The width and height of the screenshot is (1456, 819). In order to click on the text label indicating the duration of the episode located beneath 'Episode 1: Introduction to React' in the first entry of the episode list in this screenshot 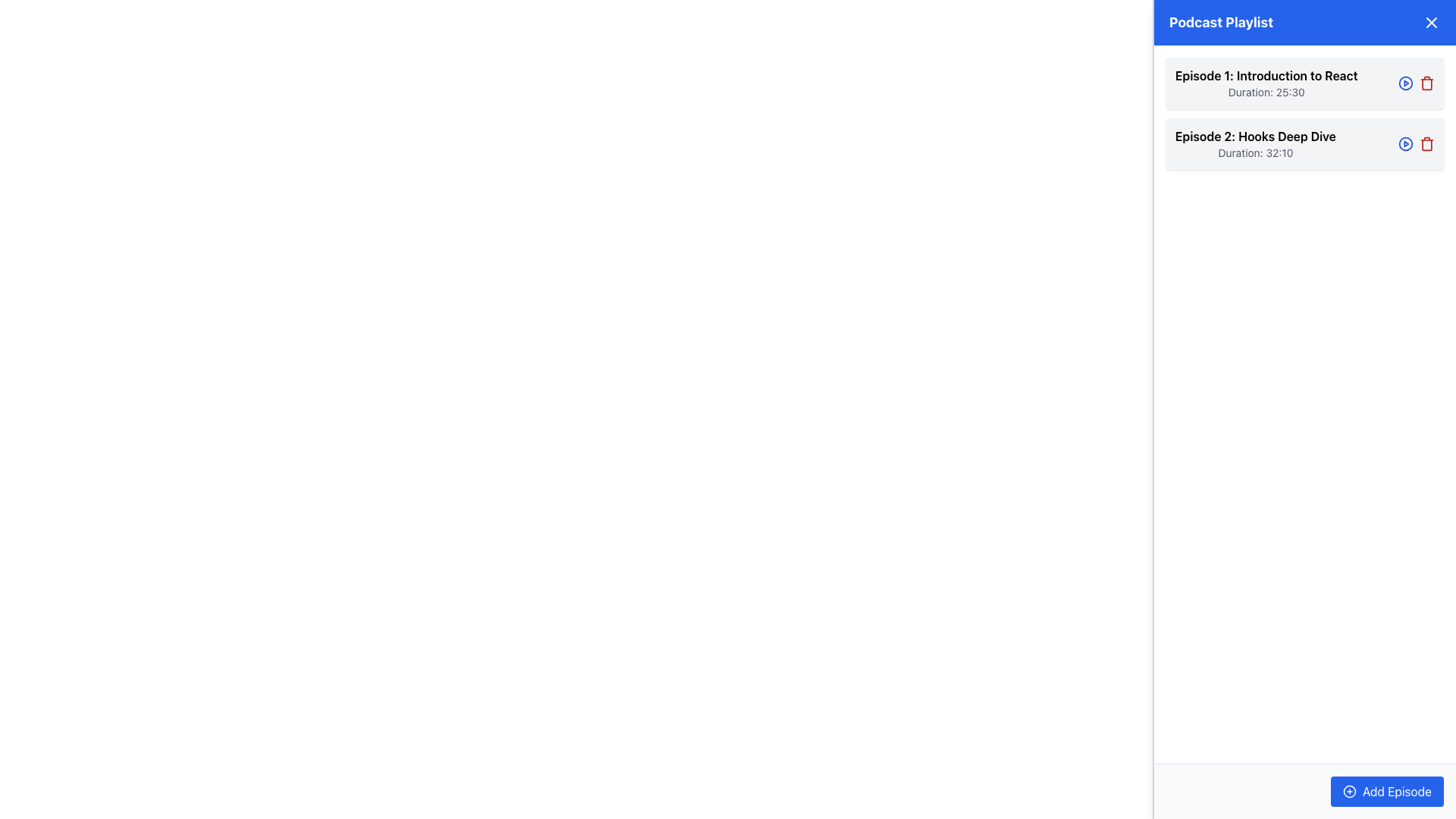, I will do `click(1266, 93)`.